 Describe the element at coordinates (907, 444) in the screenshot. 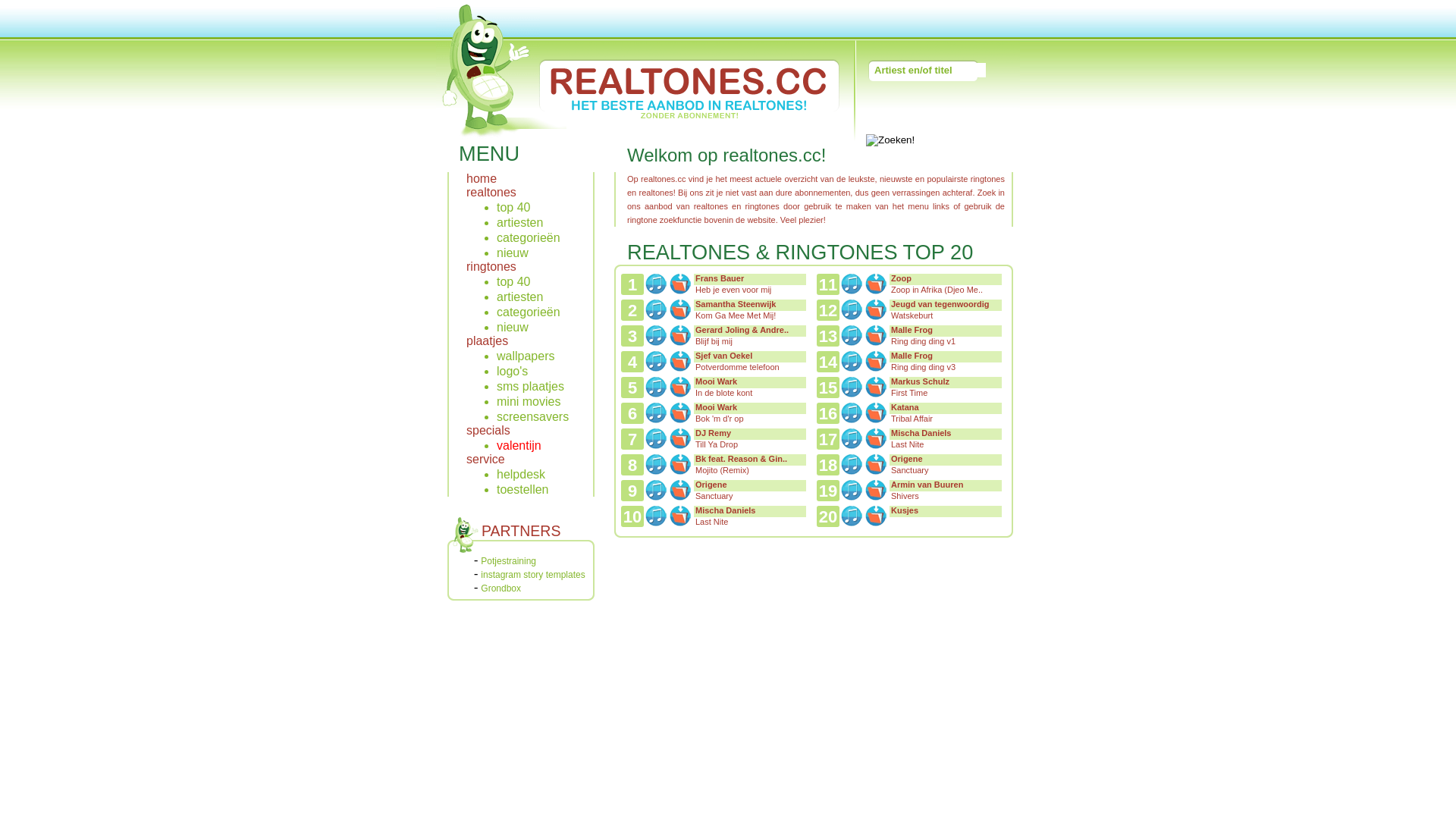

I see `'Last Nite'` at that location.